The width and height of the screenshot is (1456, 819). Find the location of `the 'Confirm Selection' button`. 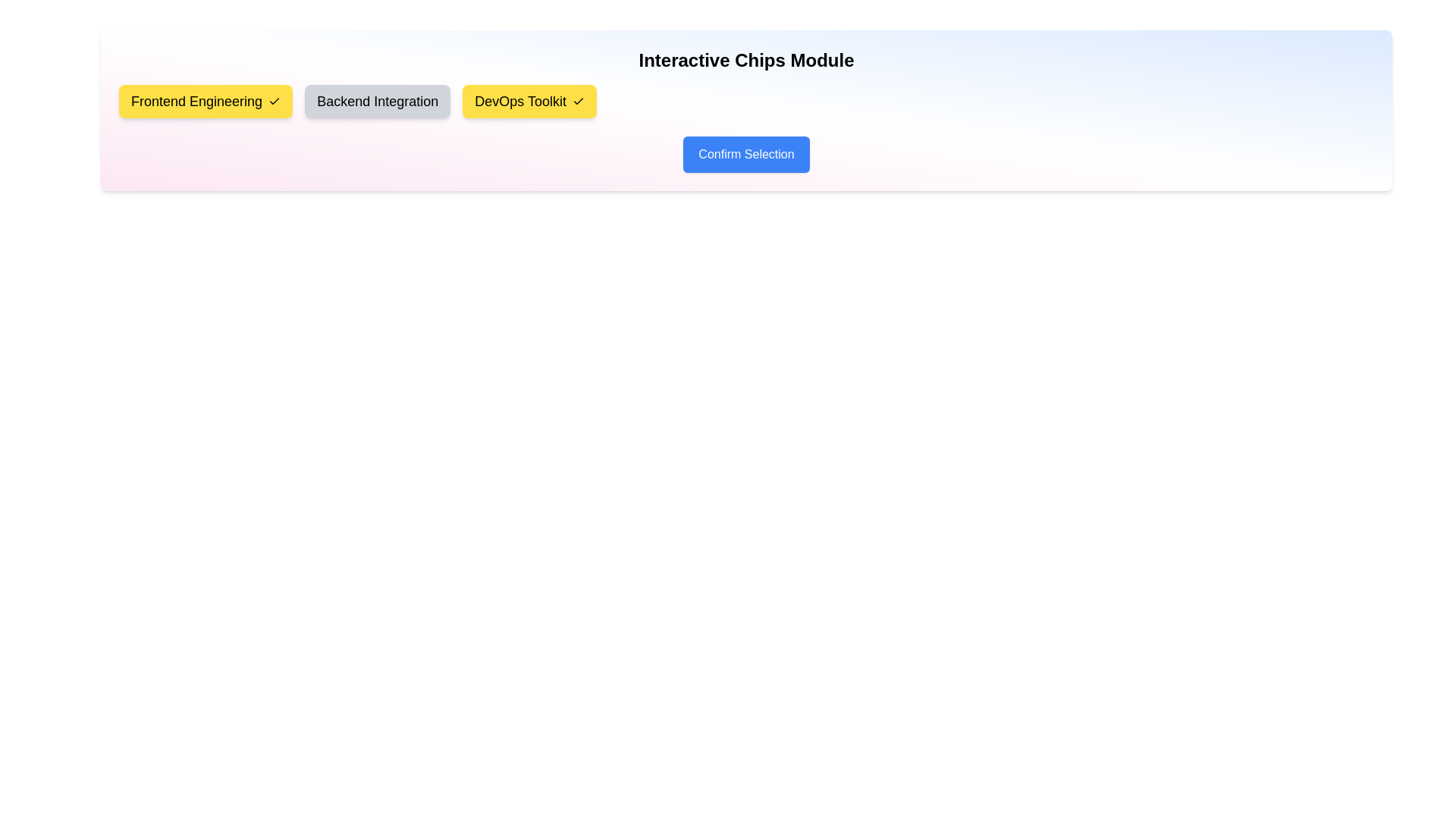

the 'Confirm Selection' button is located at coordinates (746, 155).